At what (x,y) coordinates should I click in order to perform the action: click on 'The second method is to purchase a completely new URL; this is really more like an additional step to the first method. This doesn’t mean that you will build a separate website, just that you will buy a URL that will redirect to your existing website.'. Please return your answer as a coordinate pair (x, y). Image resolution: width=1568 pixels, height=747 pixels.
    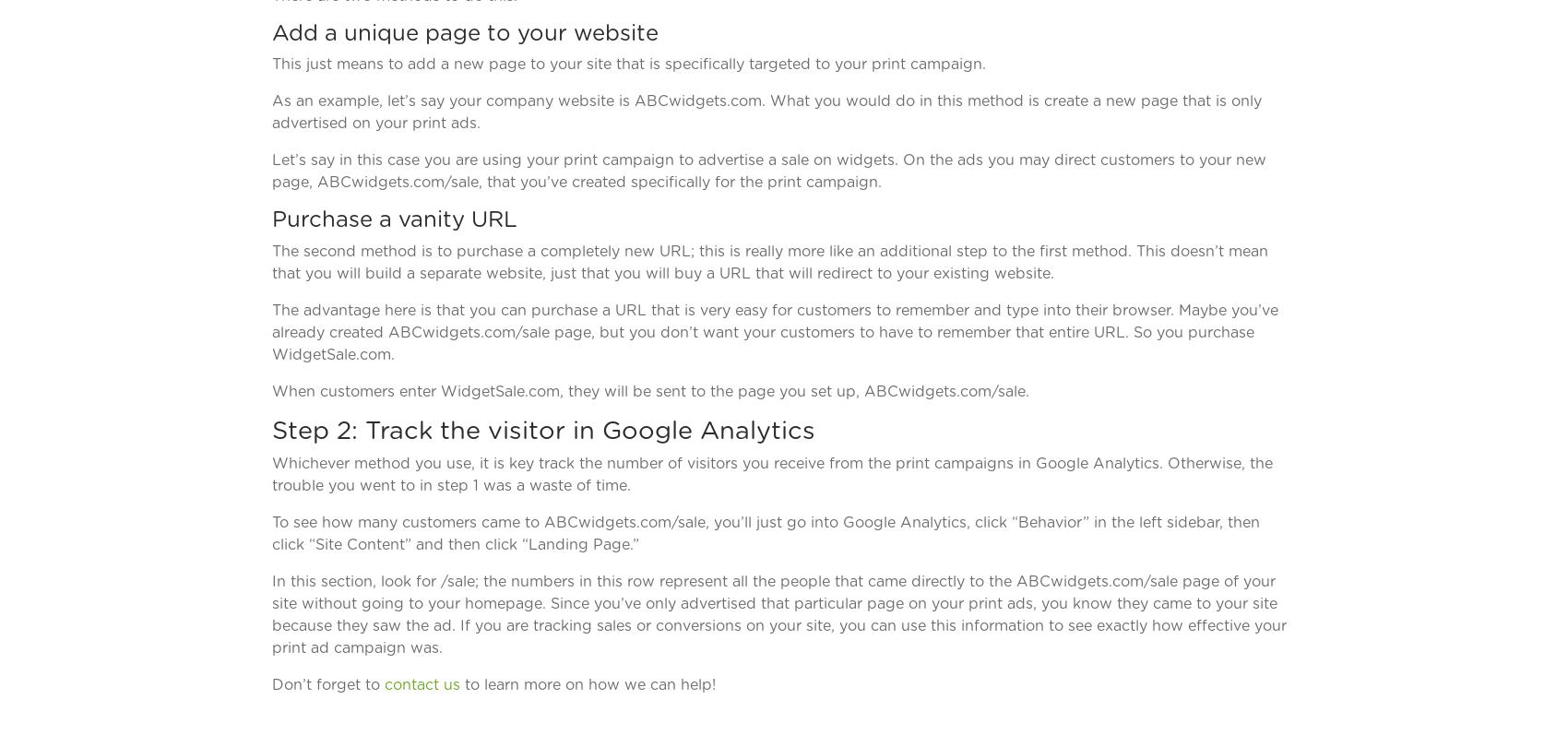
    Looking at the image, I should click on (769, 260).